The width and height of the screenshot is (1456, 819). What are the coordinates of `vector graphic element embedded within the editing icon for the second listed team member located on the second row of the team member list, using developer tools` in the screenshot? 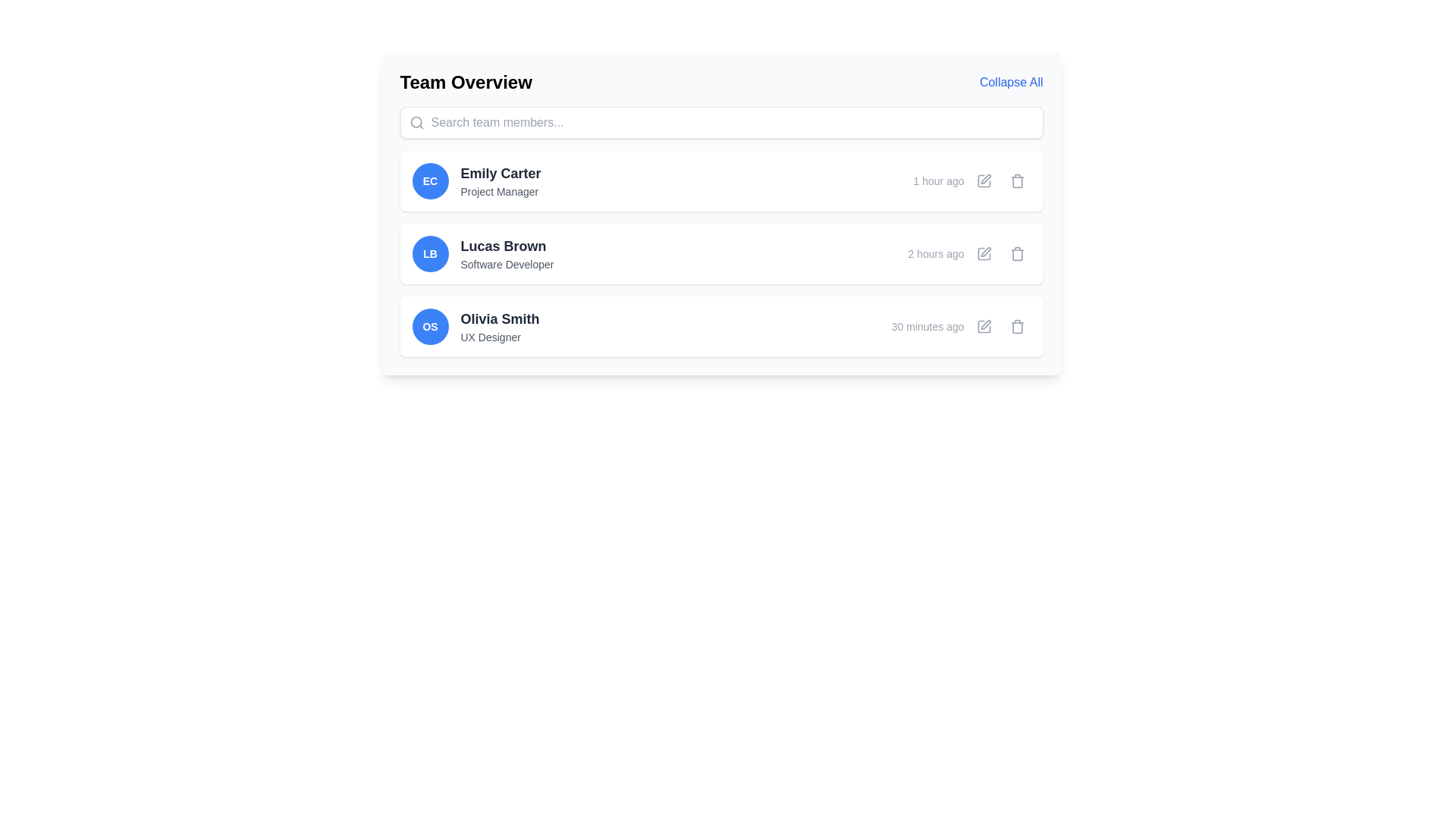 It's located at (984, 253).